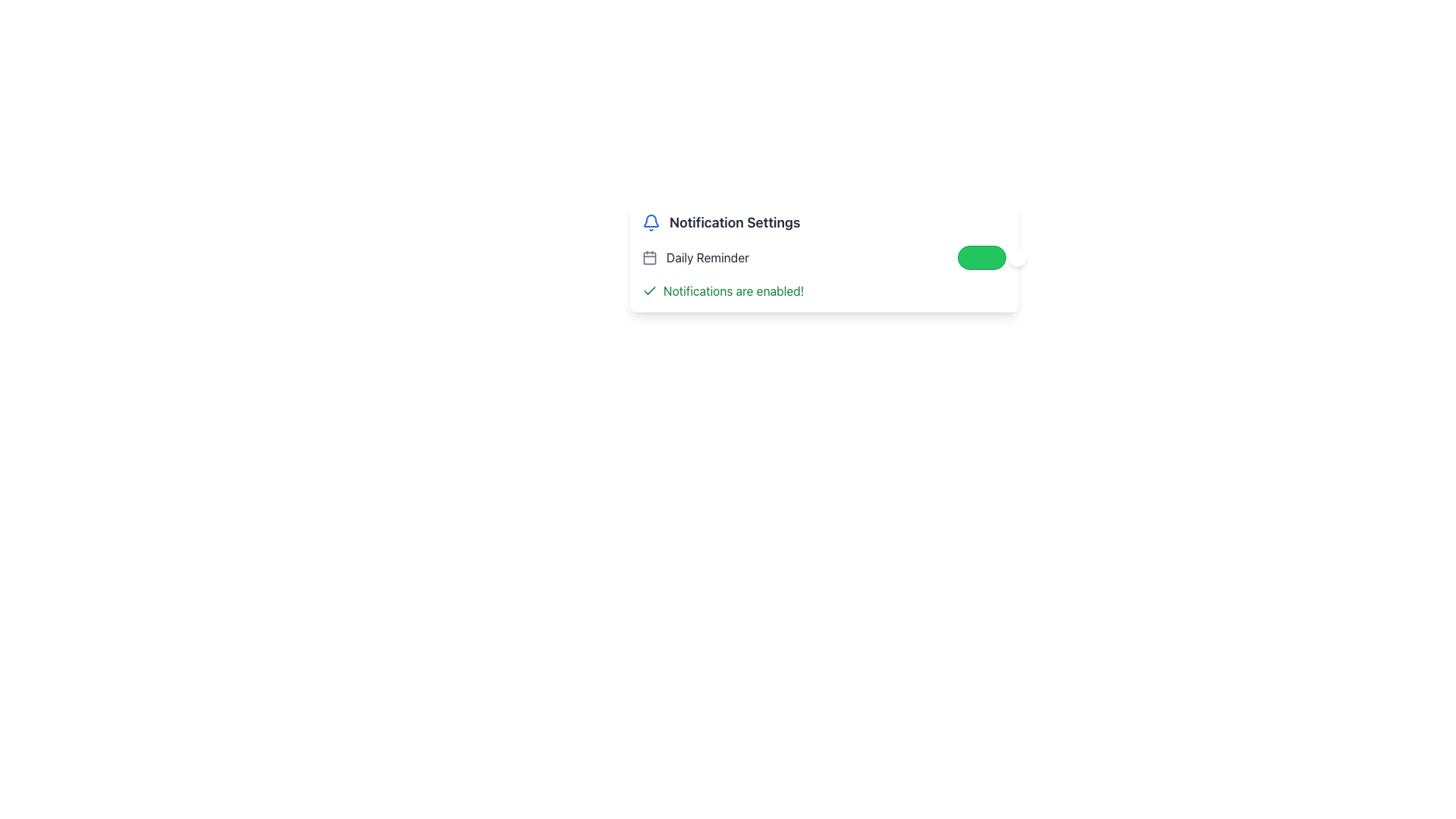  I want to click on the static text element that indicates notifications are currently active, located in the notification settings section, to the right of the checkmark icon and below the 'Daily Reminder' label, so click(733, 291).